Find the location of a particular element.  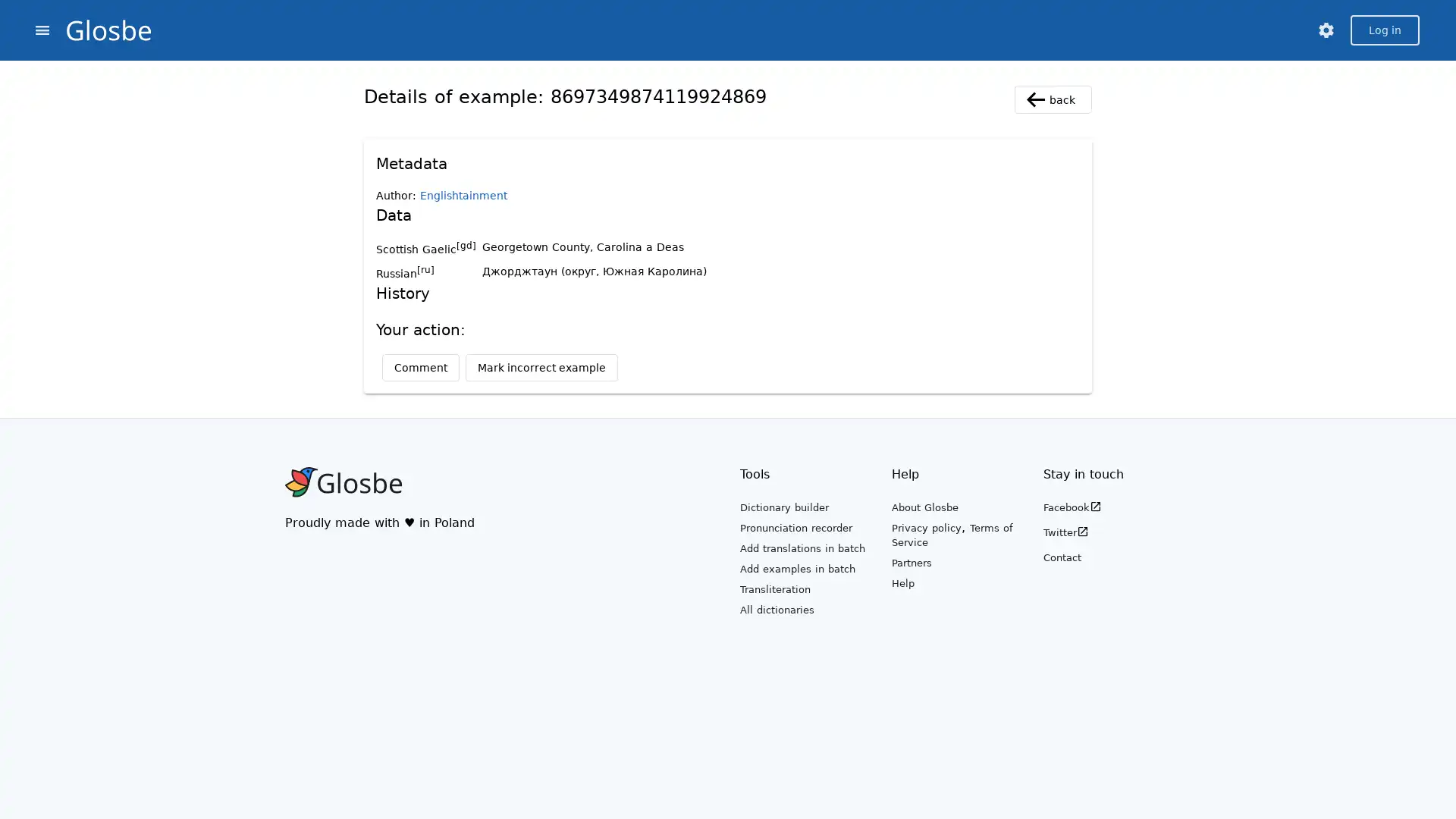

Log in is located at coordinates (1385, 30).